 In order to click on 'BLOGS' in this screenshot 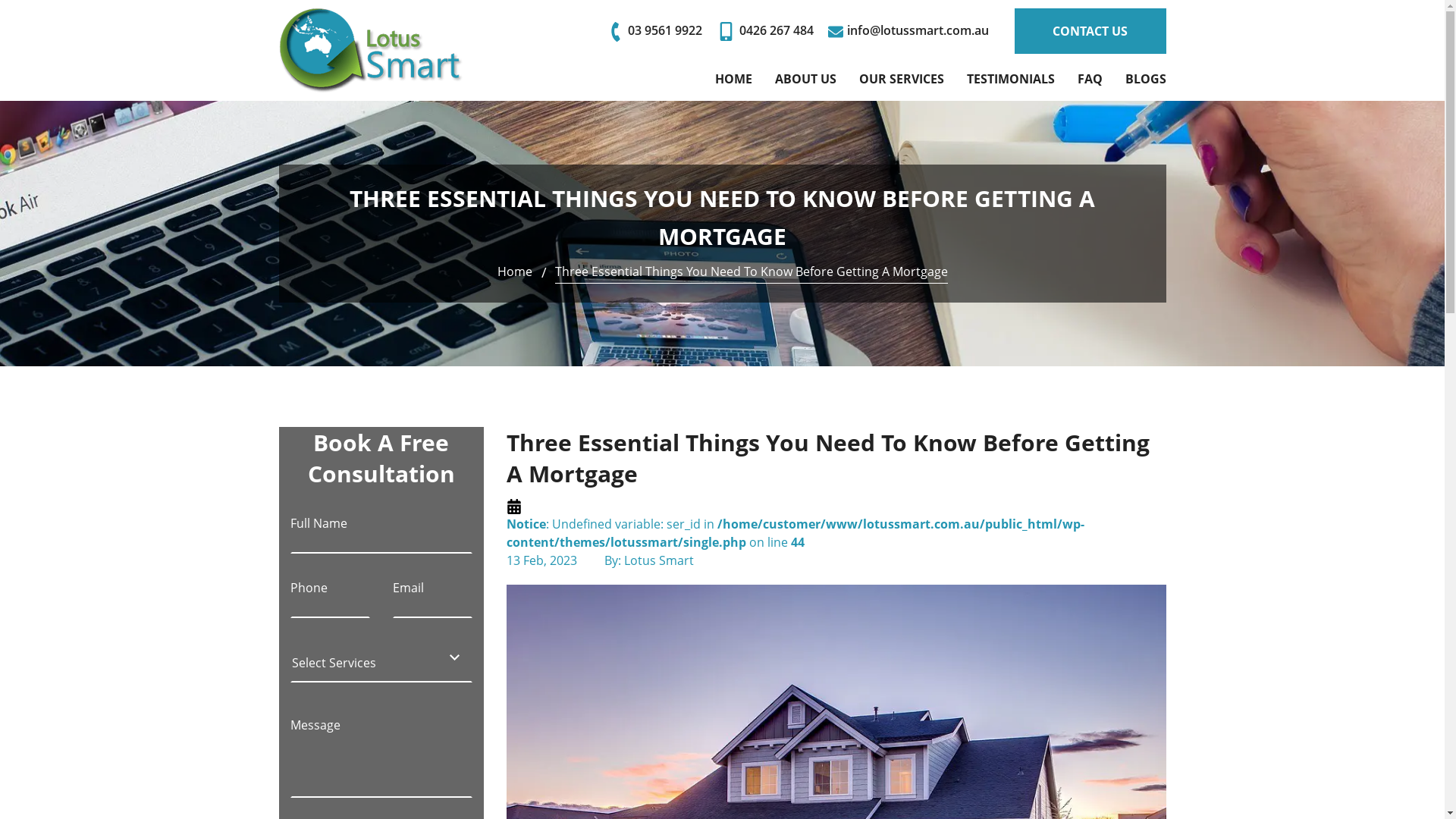, I will do `click(1146, 79)`.